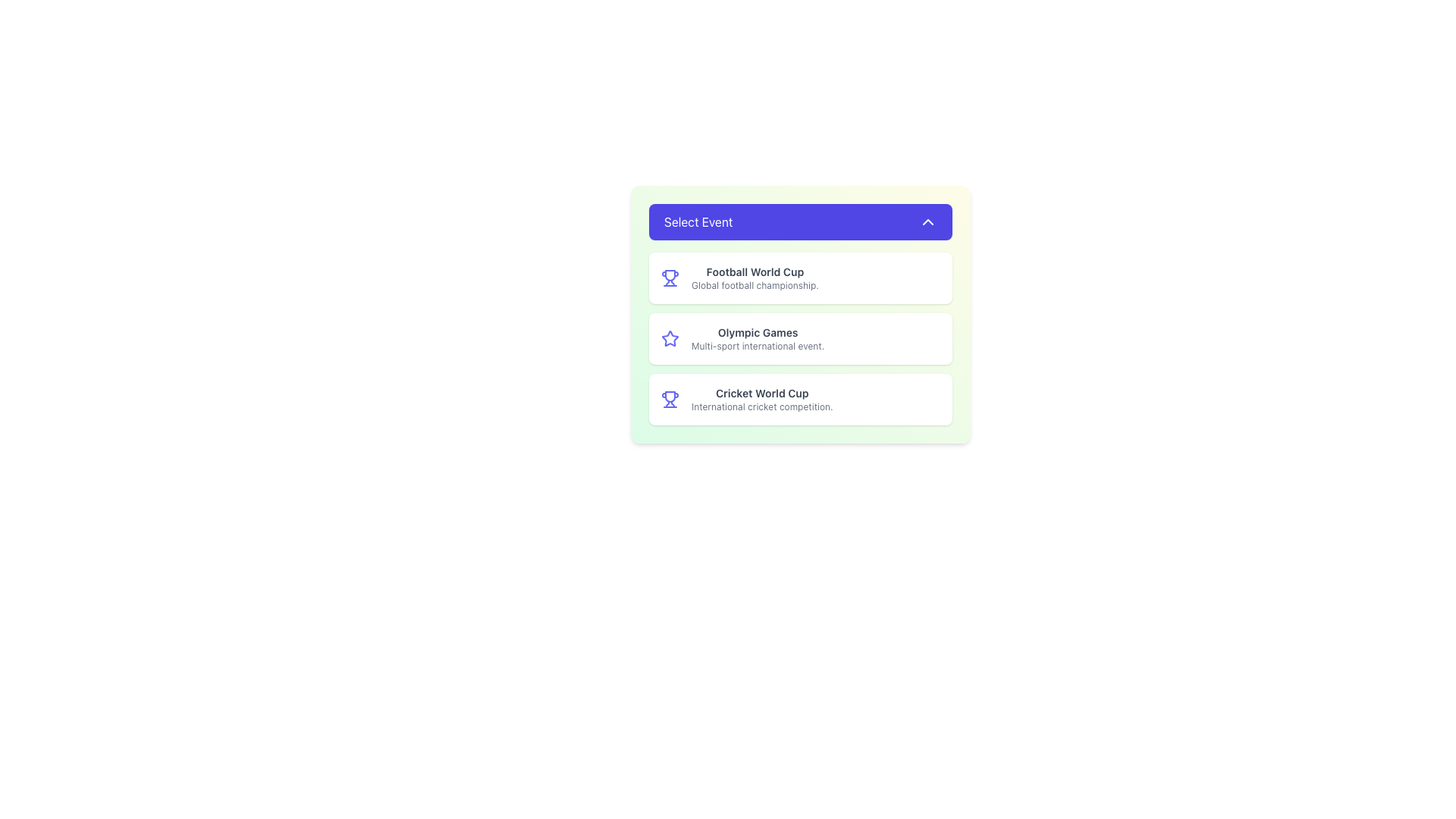 The width and height of the screenshot is (1456, 819). What do you see at coordinates (755, 278) in the screenshot?
I see `the text block indicating the Football World Cup event, which is the first text block in the list under the 'Select Event' dropdown` at bounding box center [755, 278].